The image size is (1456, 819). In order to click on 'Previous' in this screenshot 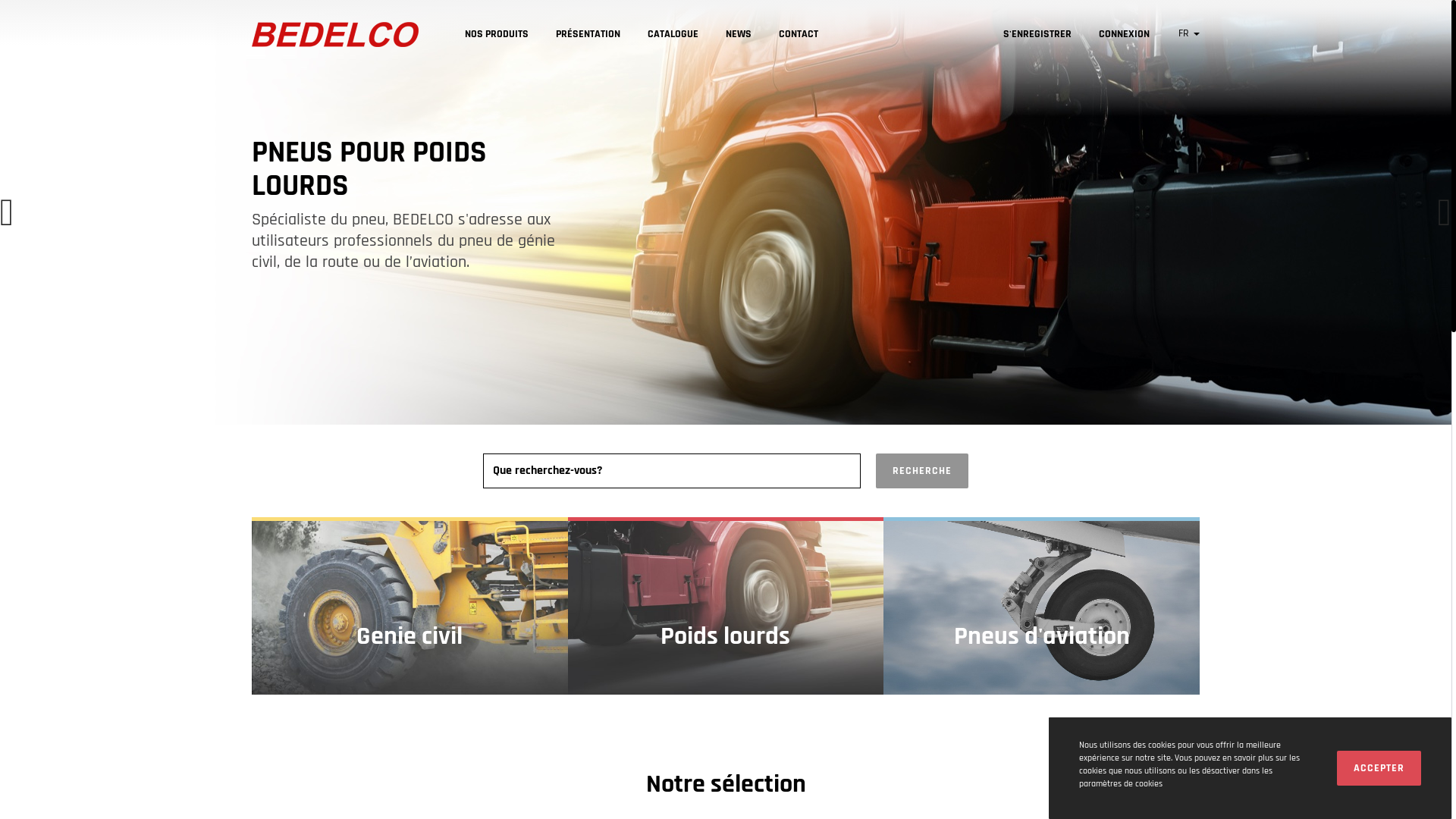, I will do `click(7, 212)`.